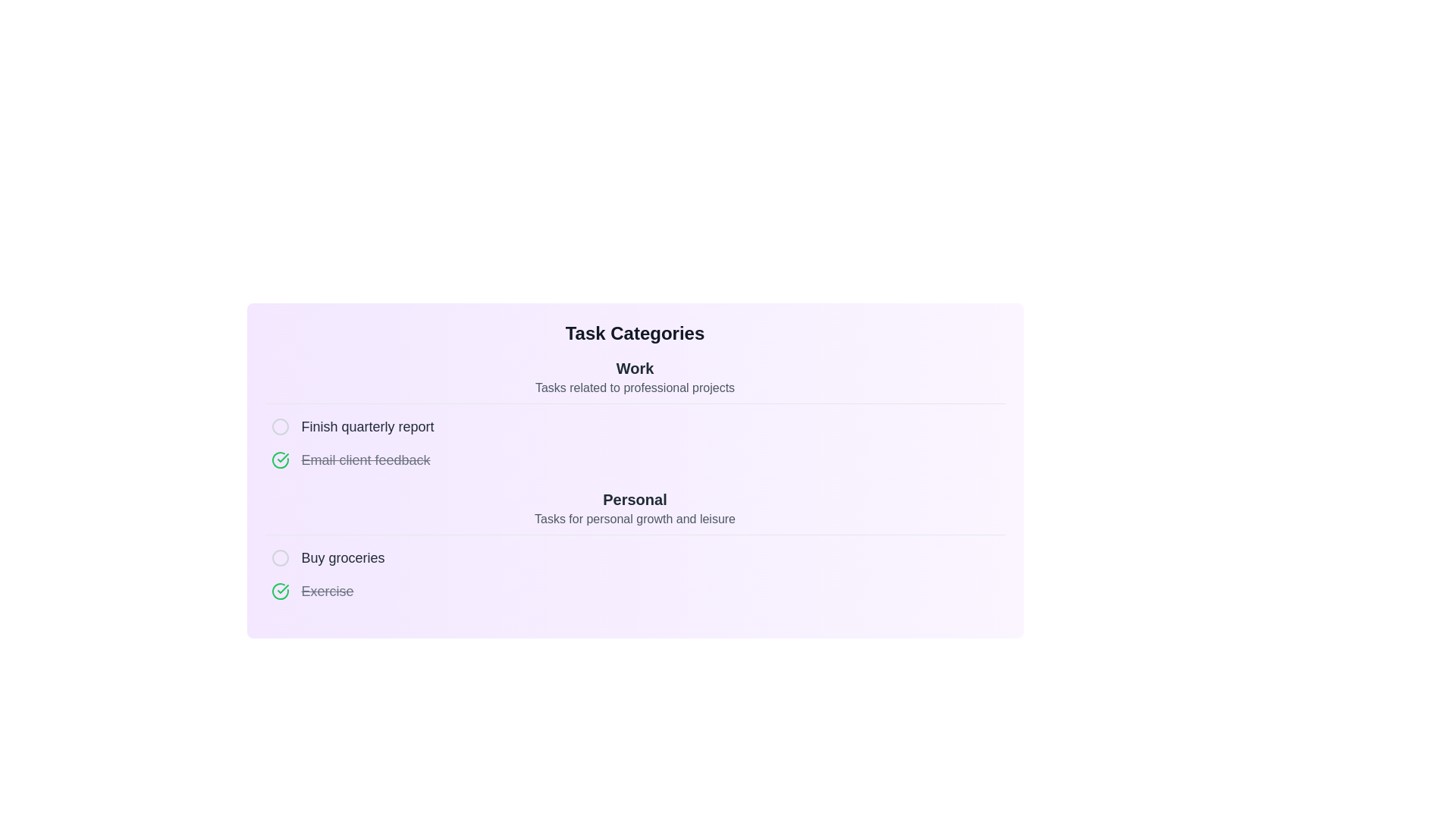 This screenshot has width=1456, height=819. I want to click on the circular checkbox adjacent to the text 'Finish quarterly report', so click(280, 427).